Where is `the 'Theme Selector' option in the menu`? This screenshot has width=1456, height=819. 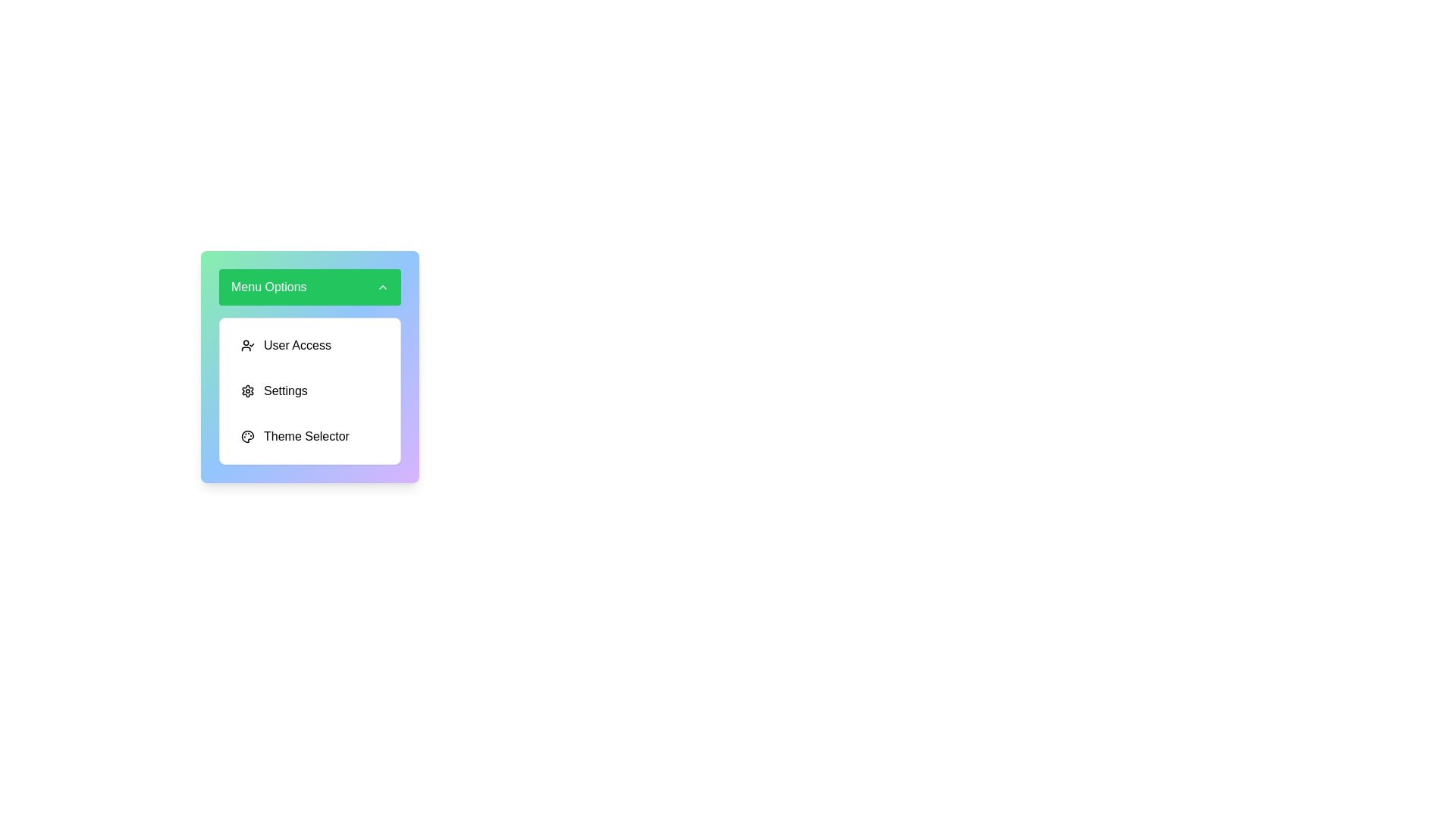 the 'Theme Selector' option in the menu is located at coordinates (309, 436).